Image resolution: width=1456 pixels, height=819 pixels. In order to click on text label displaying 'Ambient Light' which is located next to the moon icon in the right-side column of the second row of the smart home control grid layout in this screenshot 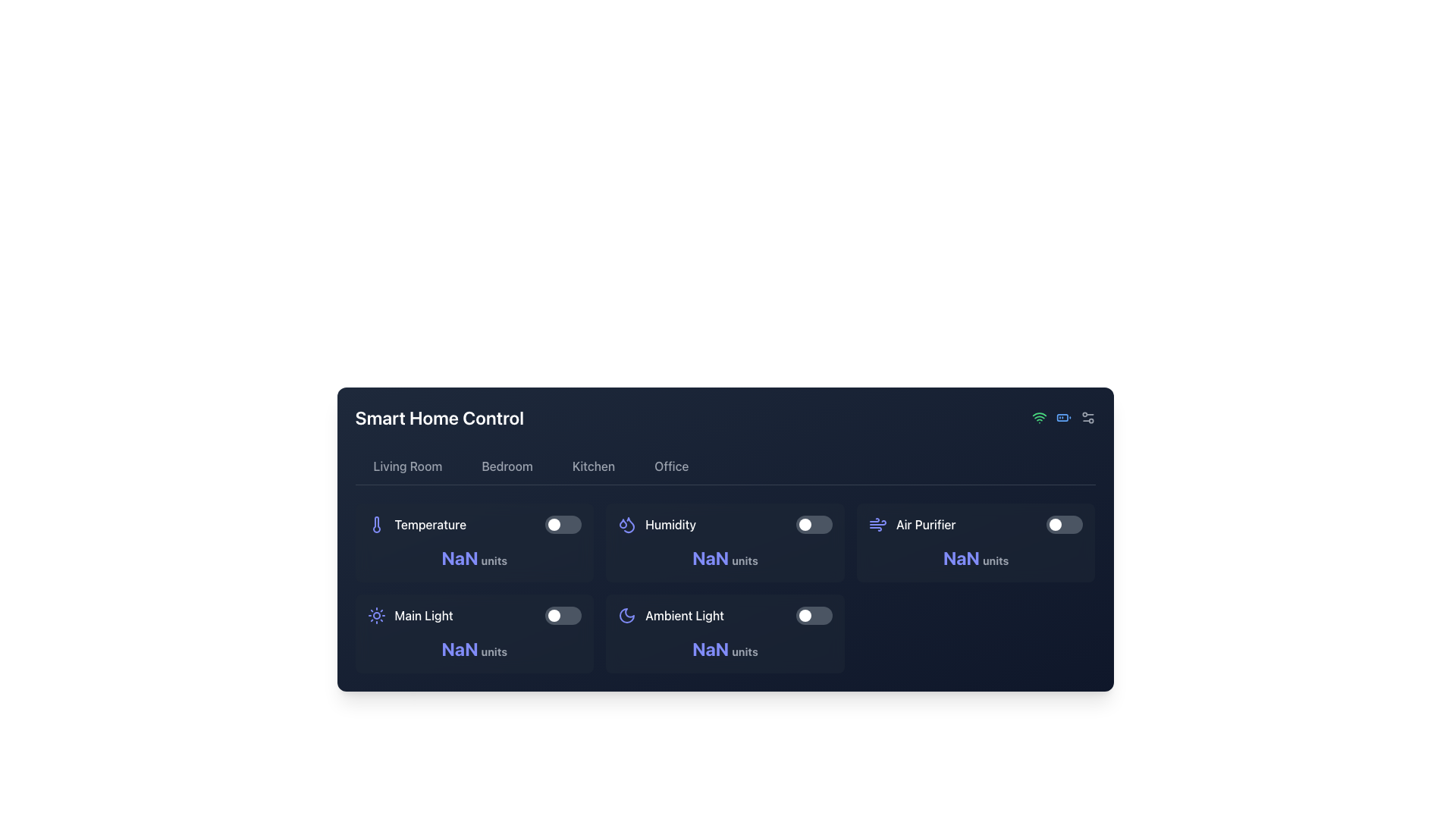, I will do `click(684, 616)`.